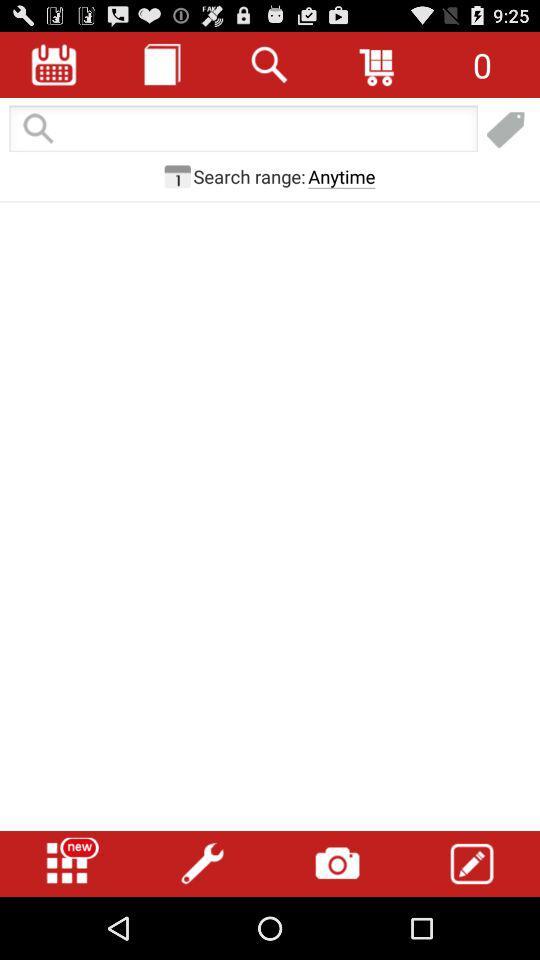 This screenshot has height=960, width=540. Describe the element at coordinates (54, 64) in the screenshot. I see `open calendar` at that location.